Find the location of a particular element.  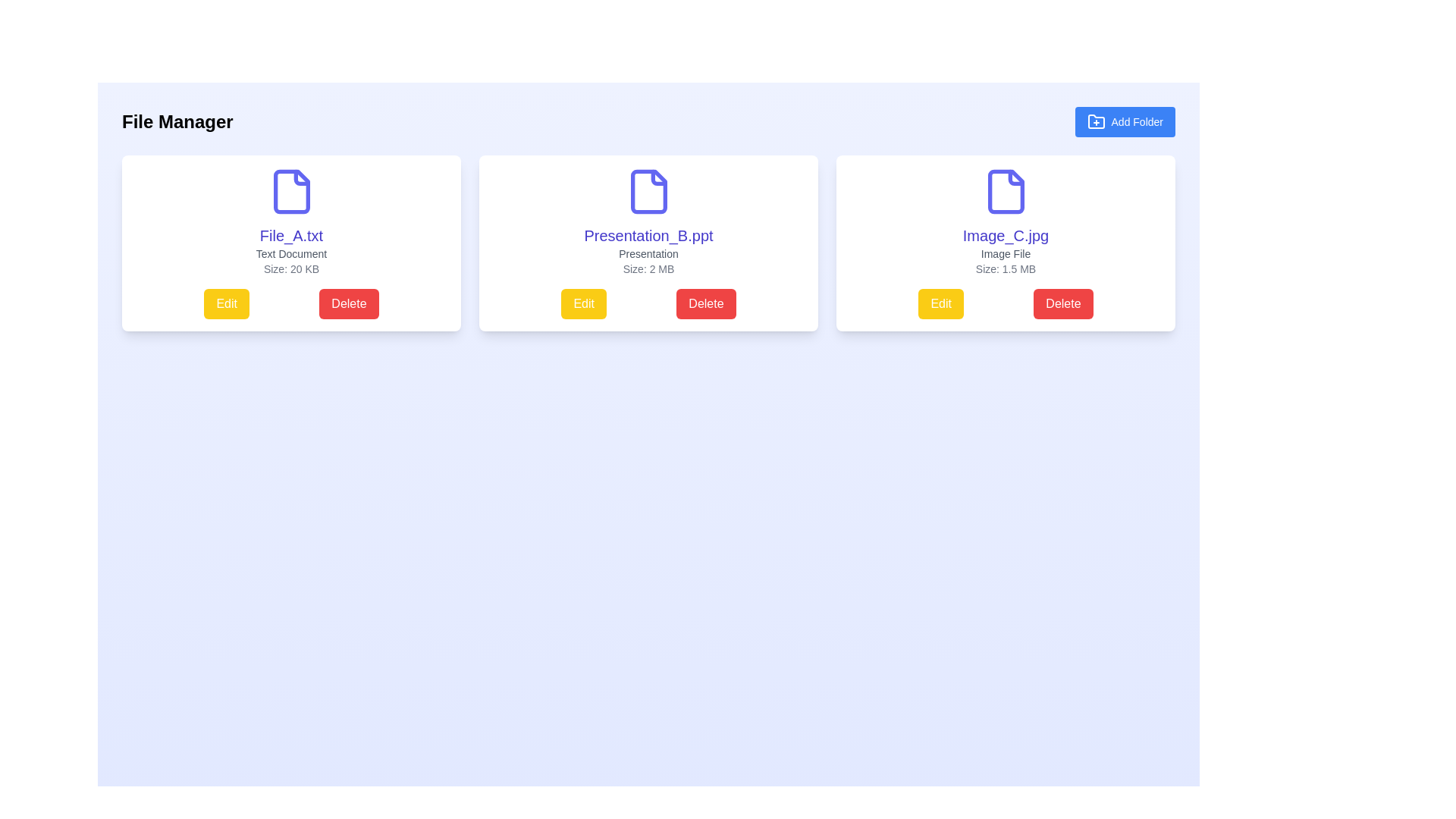

the text label displaying the file size 'Size: 1.5 MB' located at the bottom of the third card, positioned below 'Image File' and above the buttons 'Edit' and 'Delete' is located at coordinates (1006, 268).